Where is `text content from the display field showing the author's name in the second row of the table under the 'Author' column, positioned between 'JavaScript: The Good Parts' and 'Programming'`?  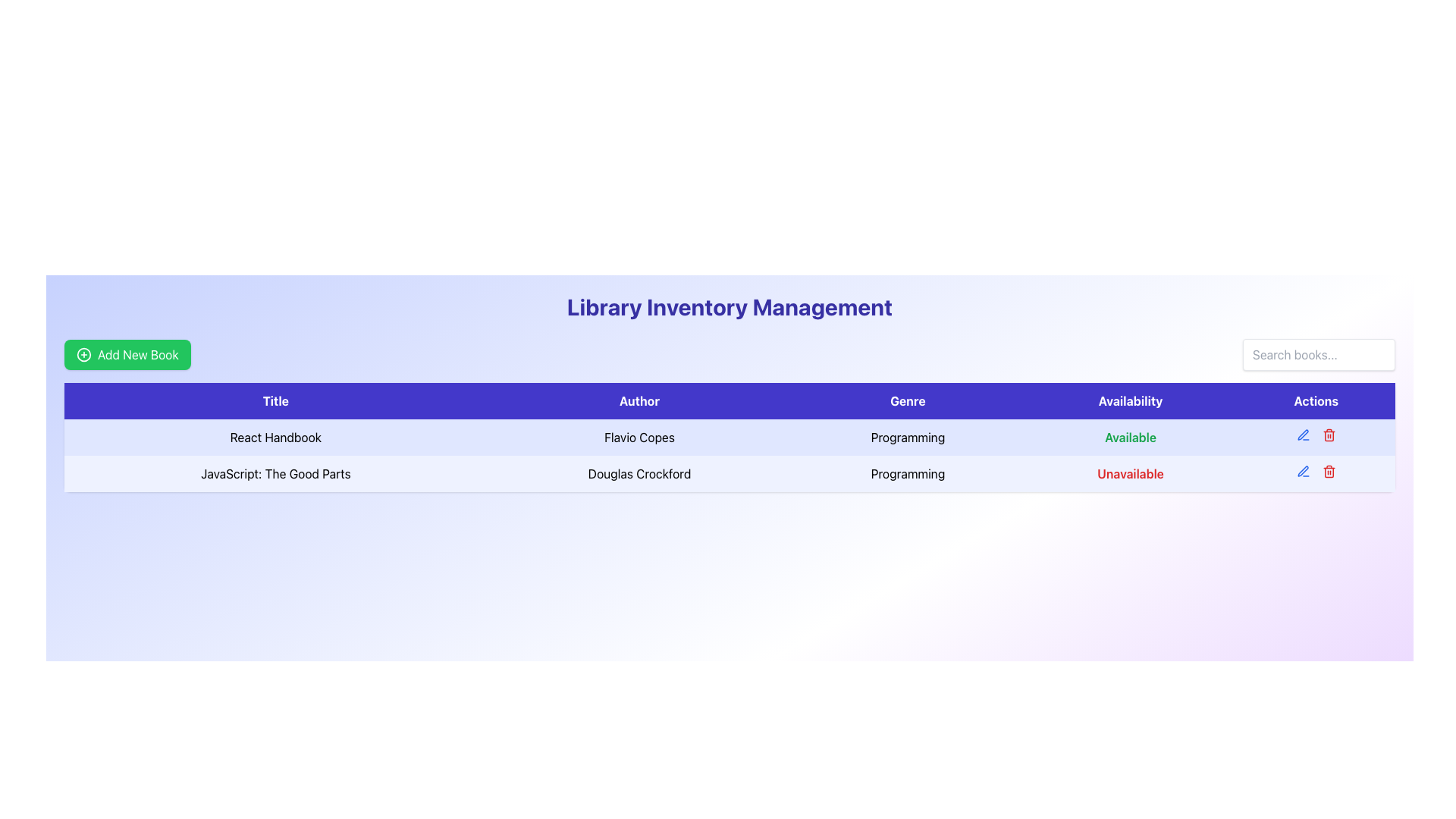 text content from the display field showing the author's name in the second row of the table under the 'Author' column, positioned between 'JavaScript: The Good Parts' and 'Programming' is located at coordinates (639, 472).